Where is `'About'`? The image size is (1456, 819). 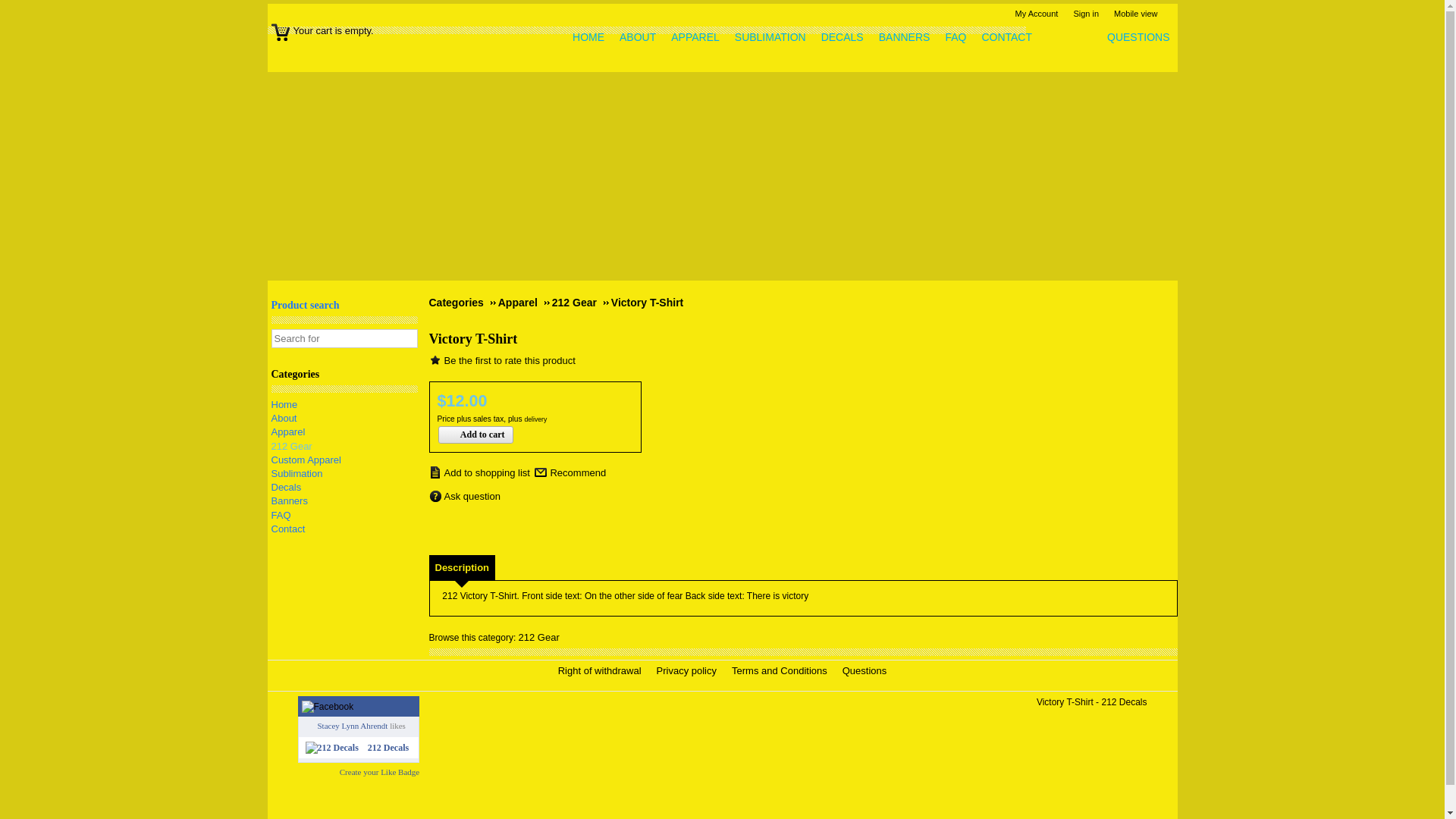 'About' is located at coordinates (284, 418).